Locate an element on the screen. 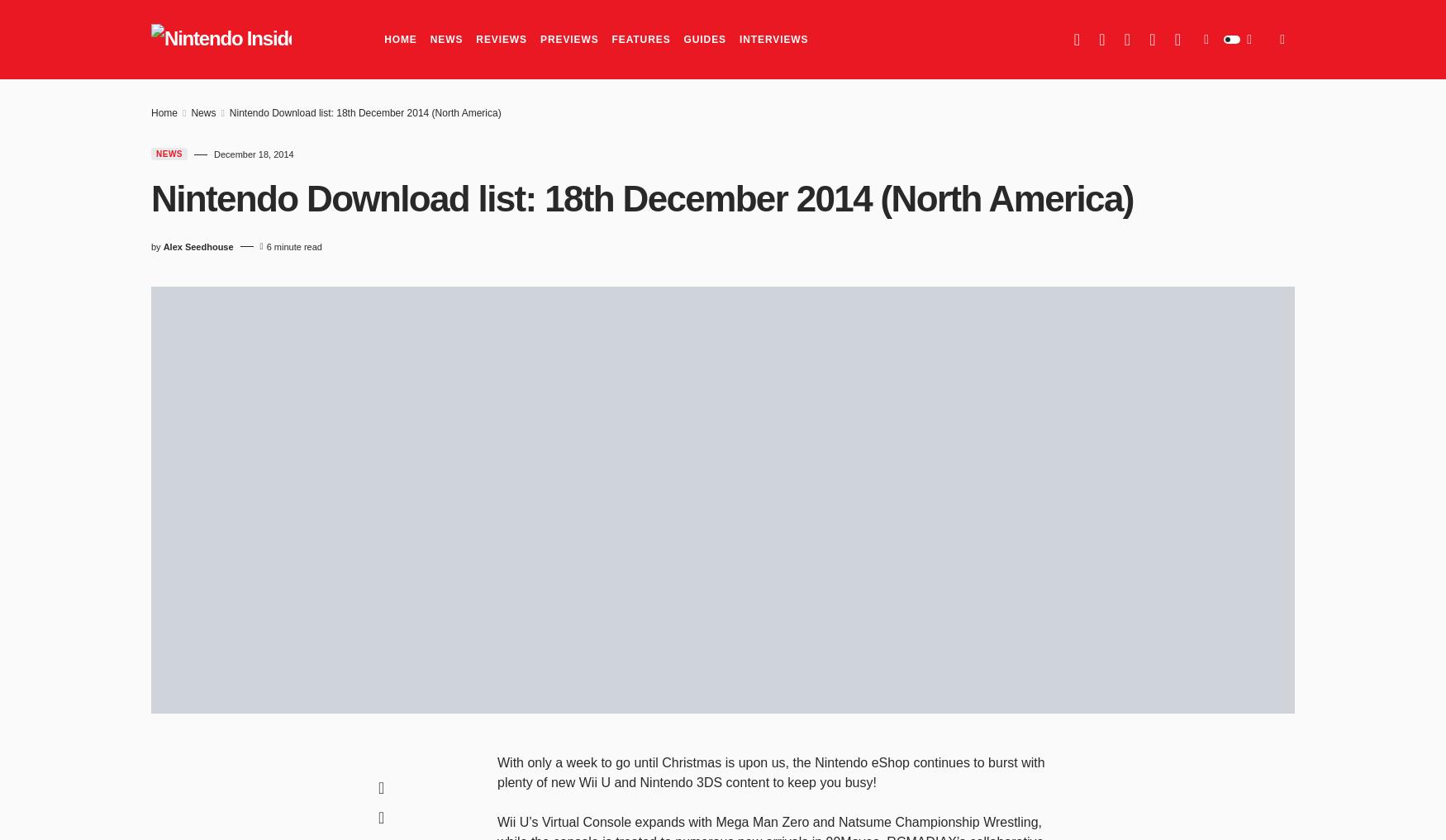  'Features' is located at coordinates (640, 39).